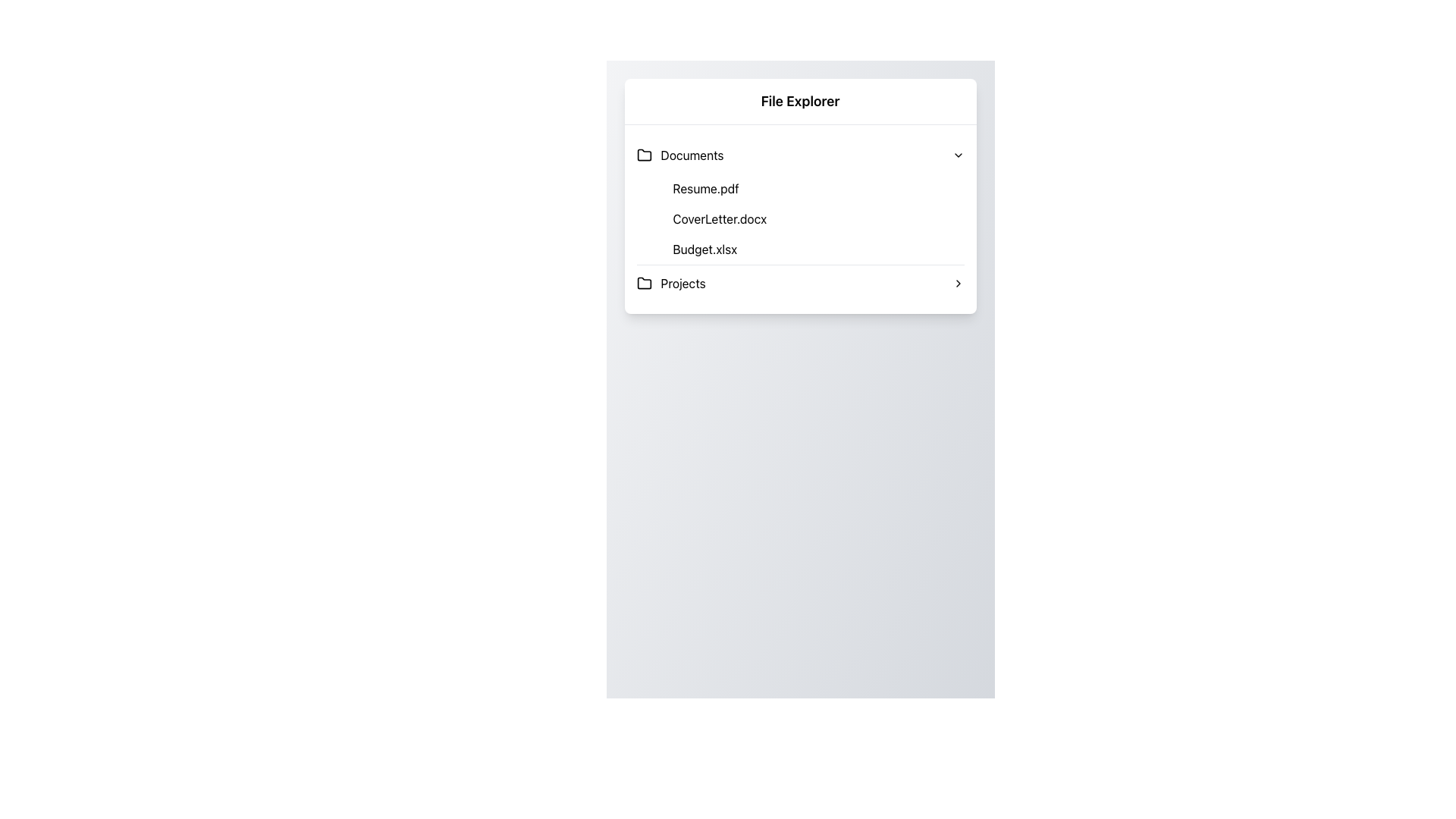 The image size is (1456, 819). Describe the element at coordinates (811, 188) in the screenshot. I see `the file entry named 'Resume.pdf' at the top of the list in the 'Documents' section` at that location.